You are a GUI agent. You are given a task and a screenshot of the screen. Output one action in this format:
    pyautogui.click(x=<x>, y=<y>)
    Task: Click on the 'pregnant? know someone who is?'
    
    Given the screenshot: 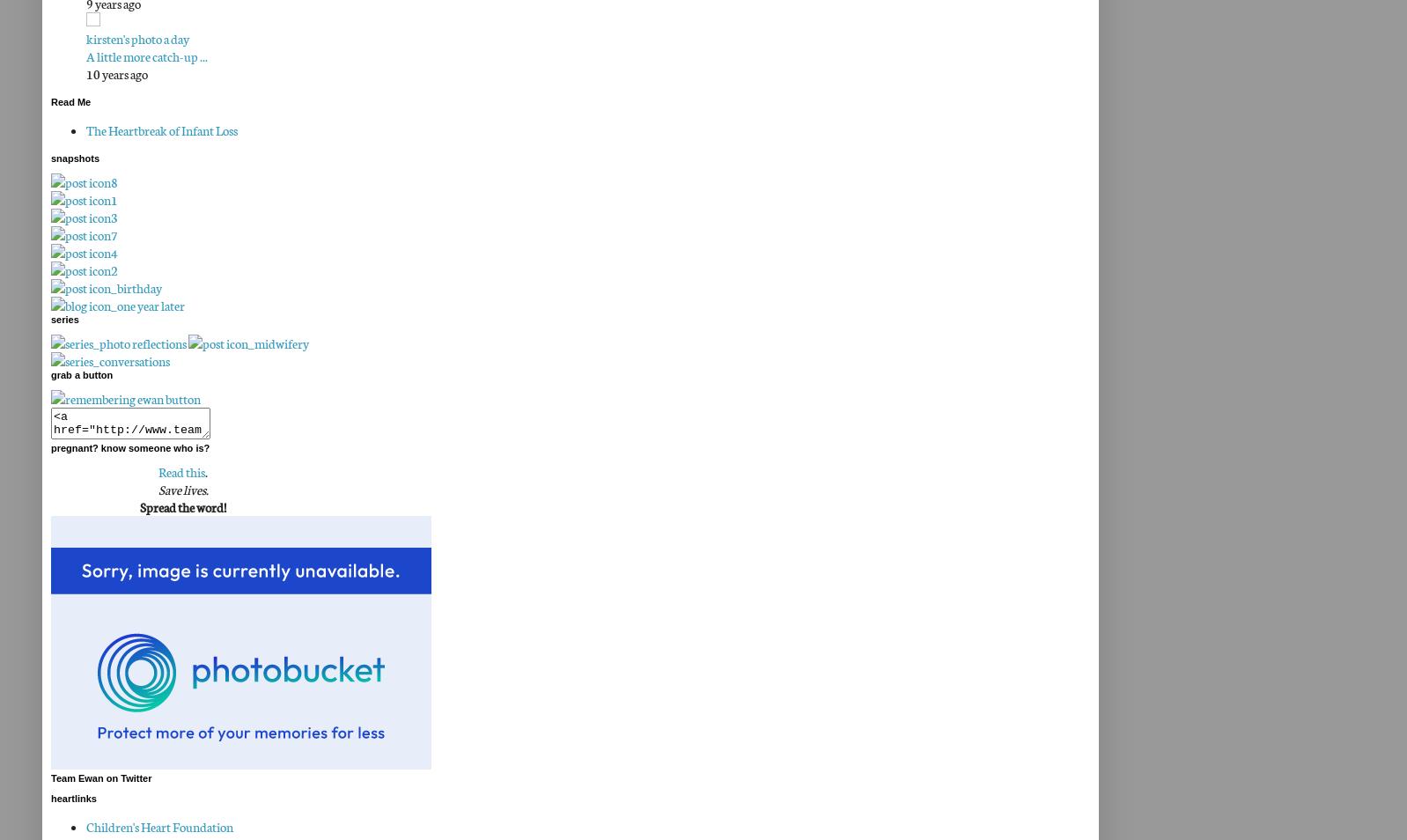 What is the action you would take?
    pyautogui.click(x=50, y=446)
    